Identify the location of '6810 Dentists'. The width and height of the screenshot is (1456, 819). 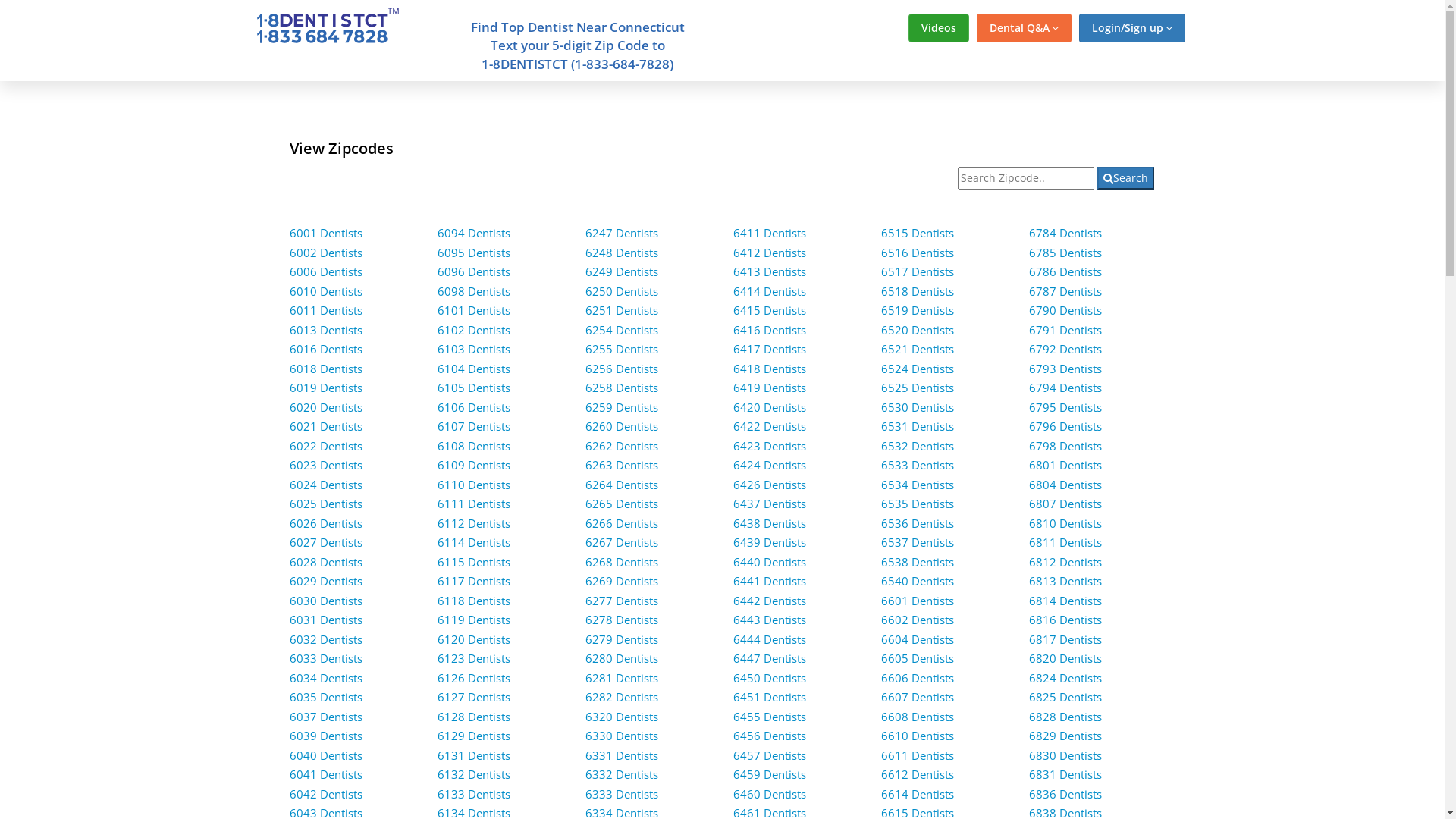
(1065, 522).